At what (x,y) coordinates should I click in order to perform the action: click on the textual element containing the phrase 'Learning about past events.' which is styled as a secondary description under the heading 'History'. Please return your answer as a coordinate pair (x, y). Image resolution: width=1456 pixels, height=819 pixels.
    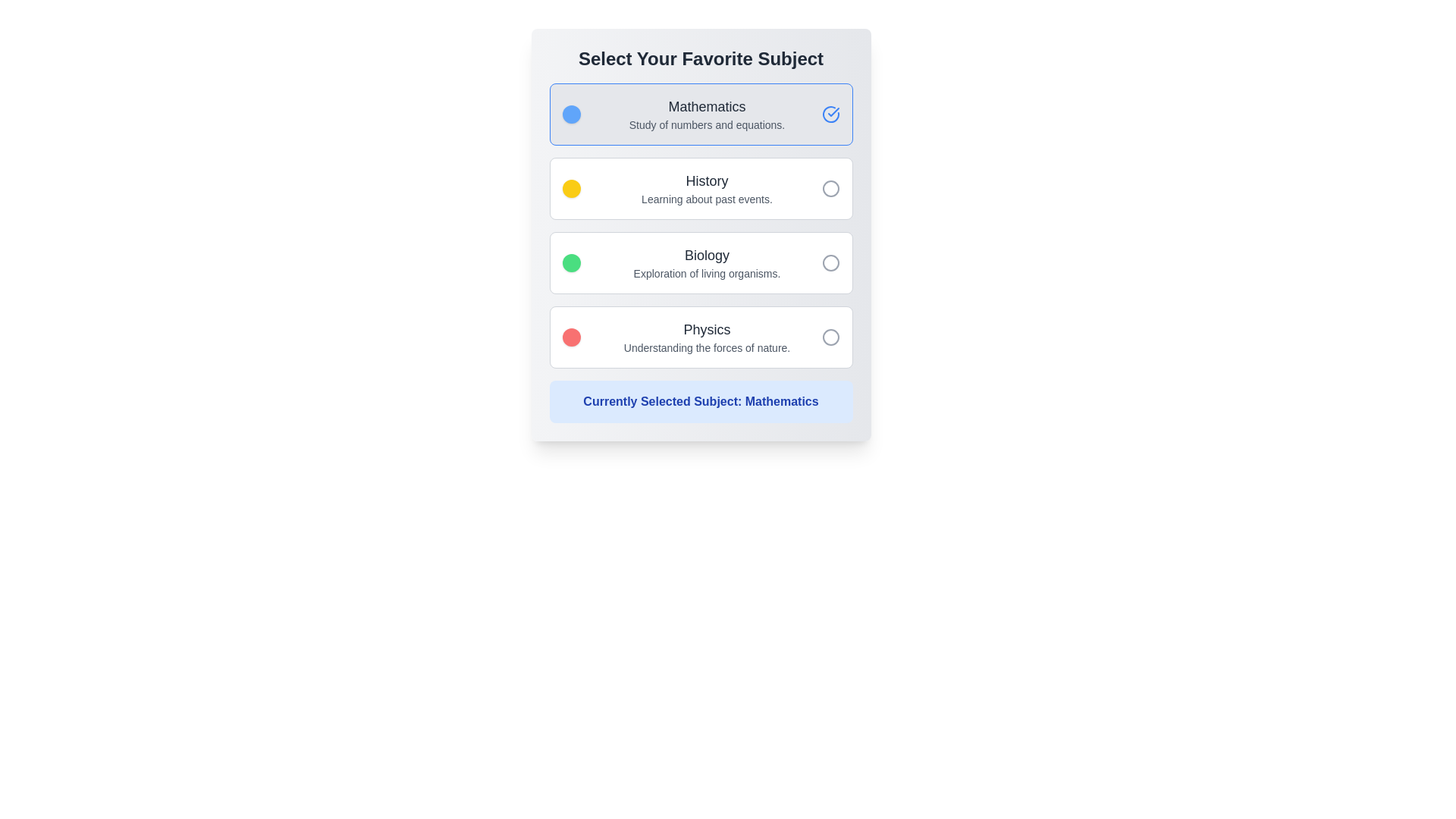
    Looking at the image, I should click on (706, 198).